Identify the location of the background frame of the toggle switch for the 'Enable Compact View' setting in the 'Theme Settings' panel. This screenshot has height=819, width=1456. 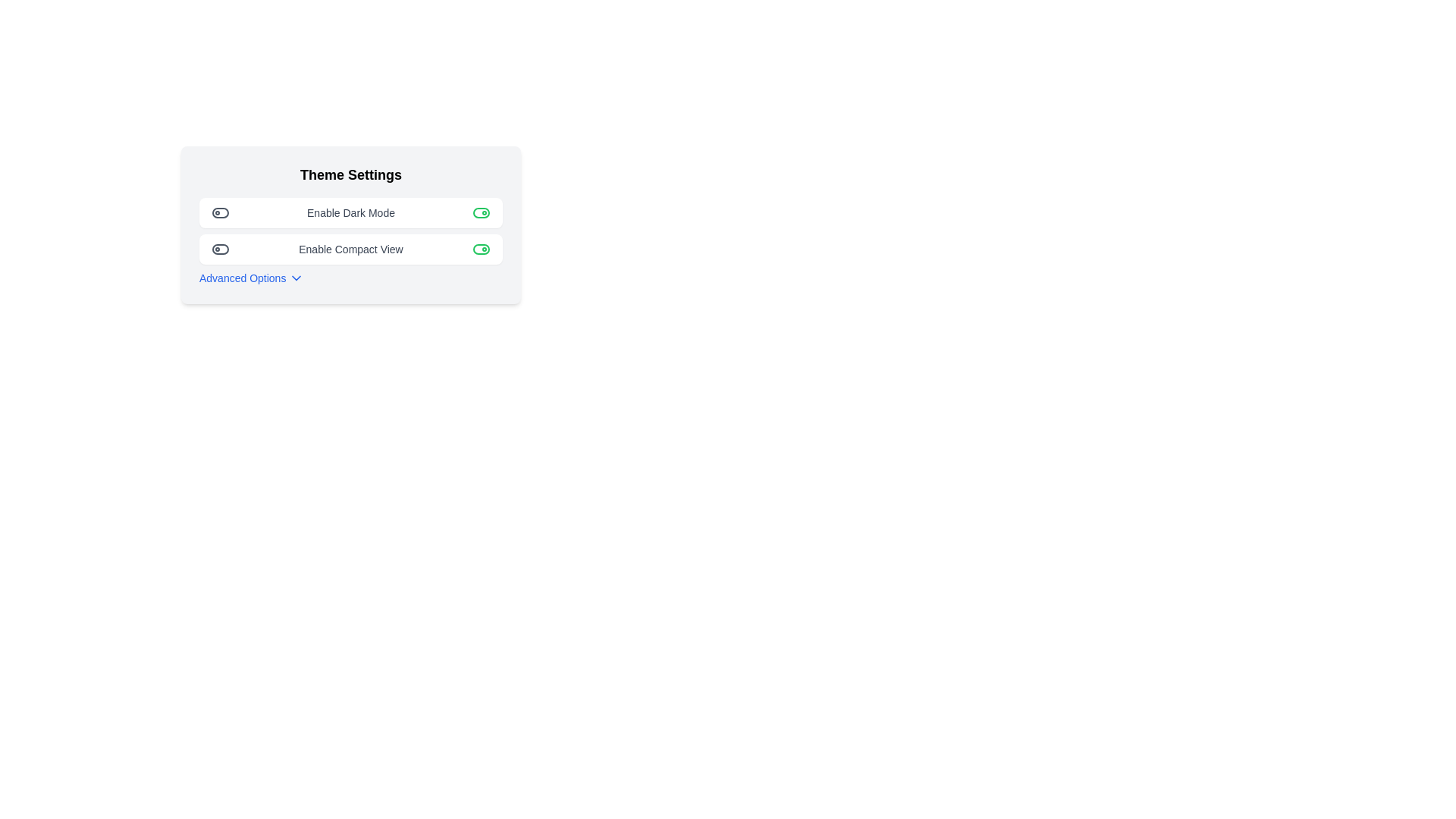
(480, 248).